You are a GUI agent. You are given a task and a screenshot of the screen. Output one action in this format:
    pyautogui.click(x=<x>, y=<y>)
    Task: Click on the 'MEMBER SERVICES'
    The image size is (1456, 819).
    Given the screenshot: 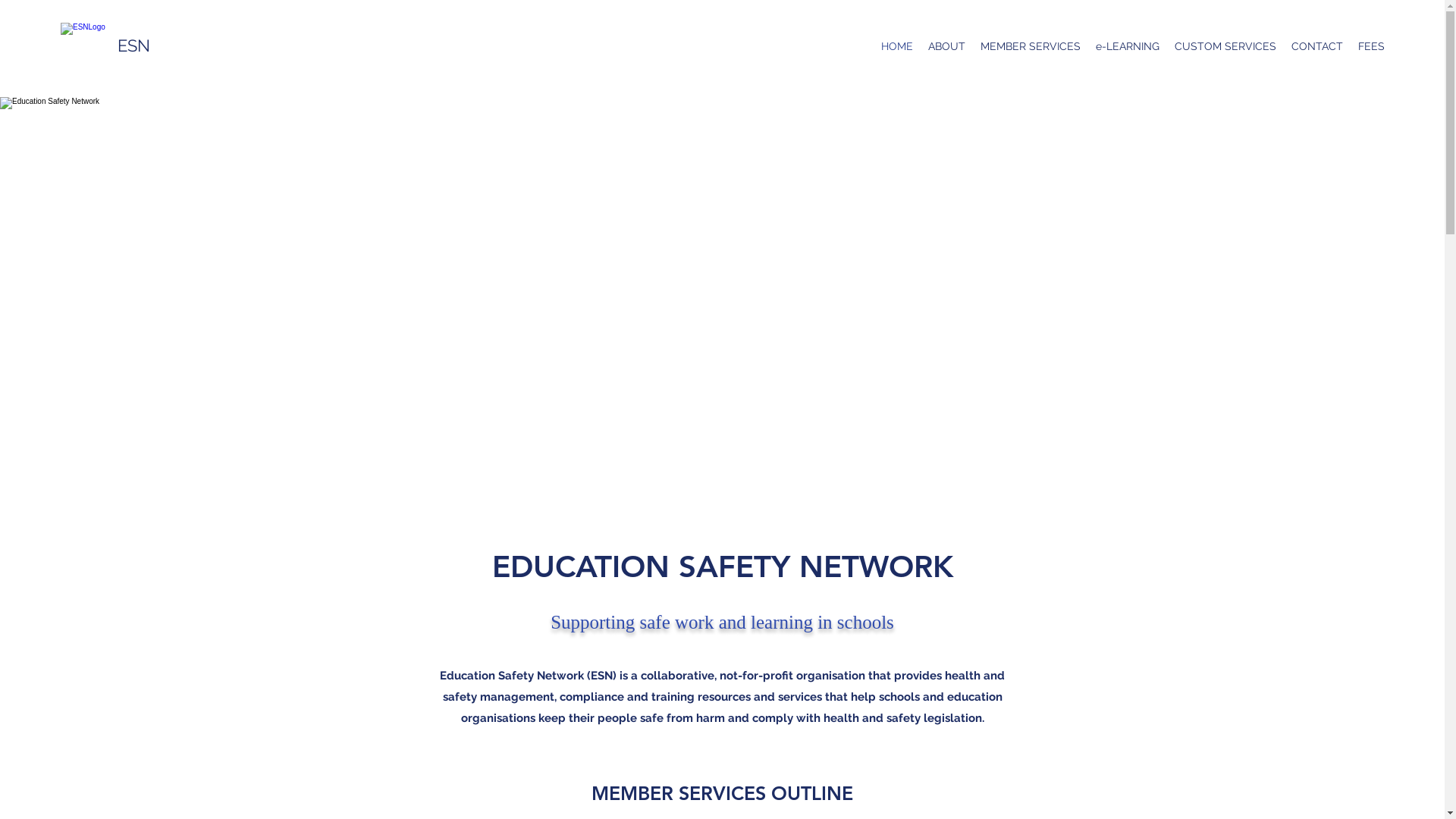 What is the action you would take?
    pyautogui.click(x=1030, y=45)
    